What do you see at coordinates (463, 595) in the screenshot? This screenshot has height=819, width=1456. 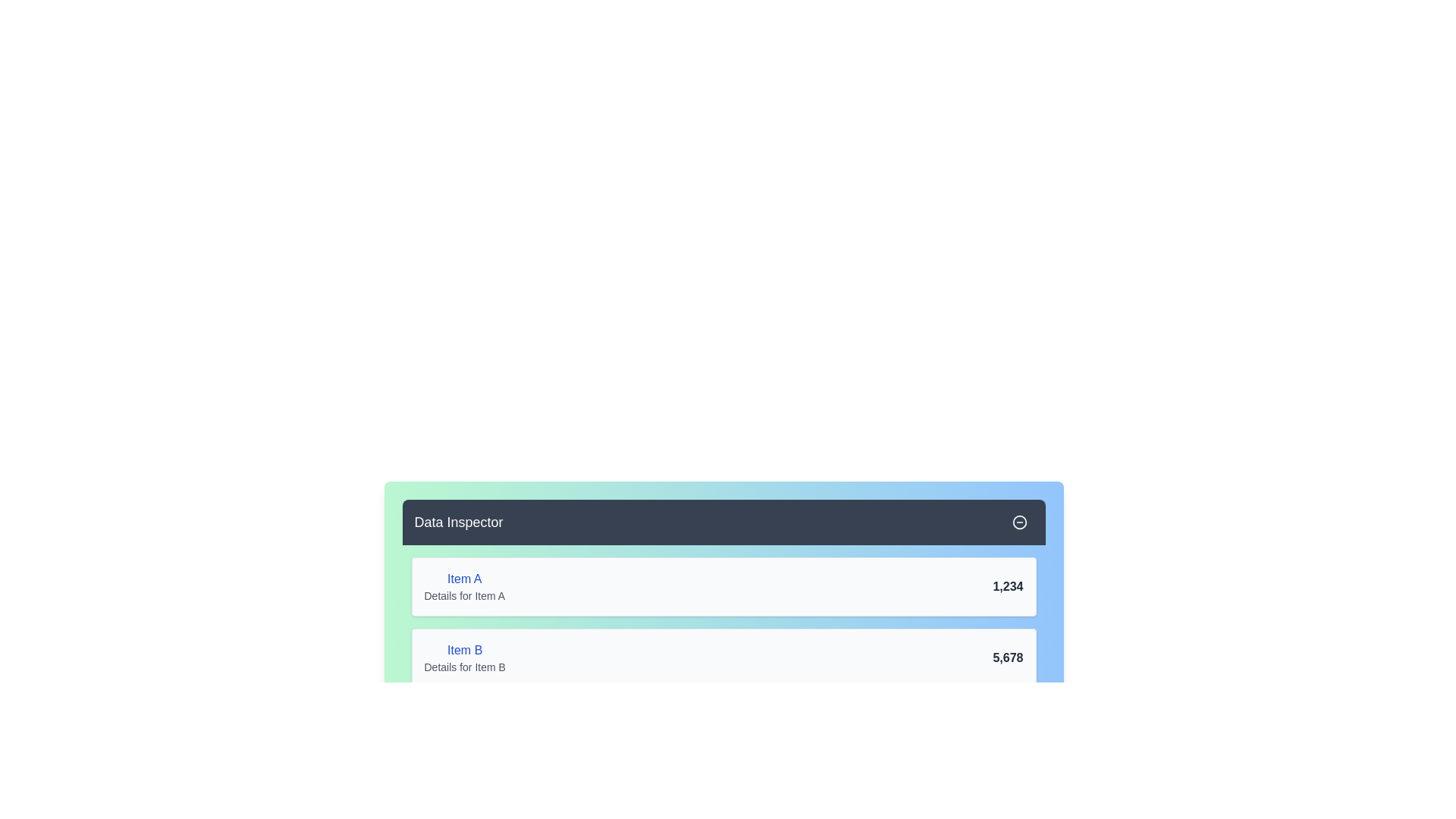 I see `the non-interactive text label providing additional information about 'Item A', located below the dark blue header labeled 'Data Inspector' in the light green area` at bounding box center [463, 595].